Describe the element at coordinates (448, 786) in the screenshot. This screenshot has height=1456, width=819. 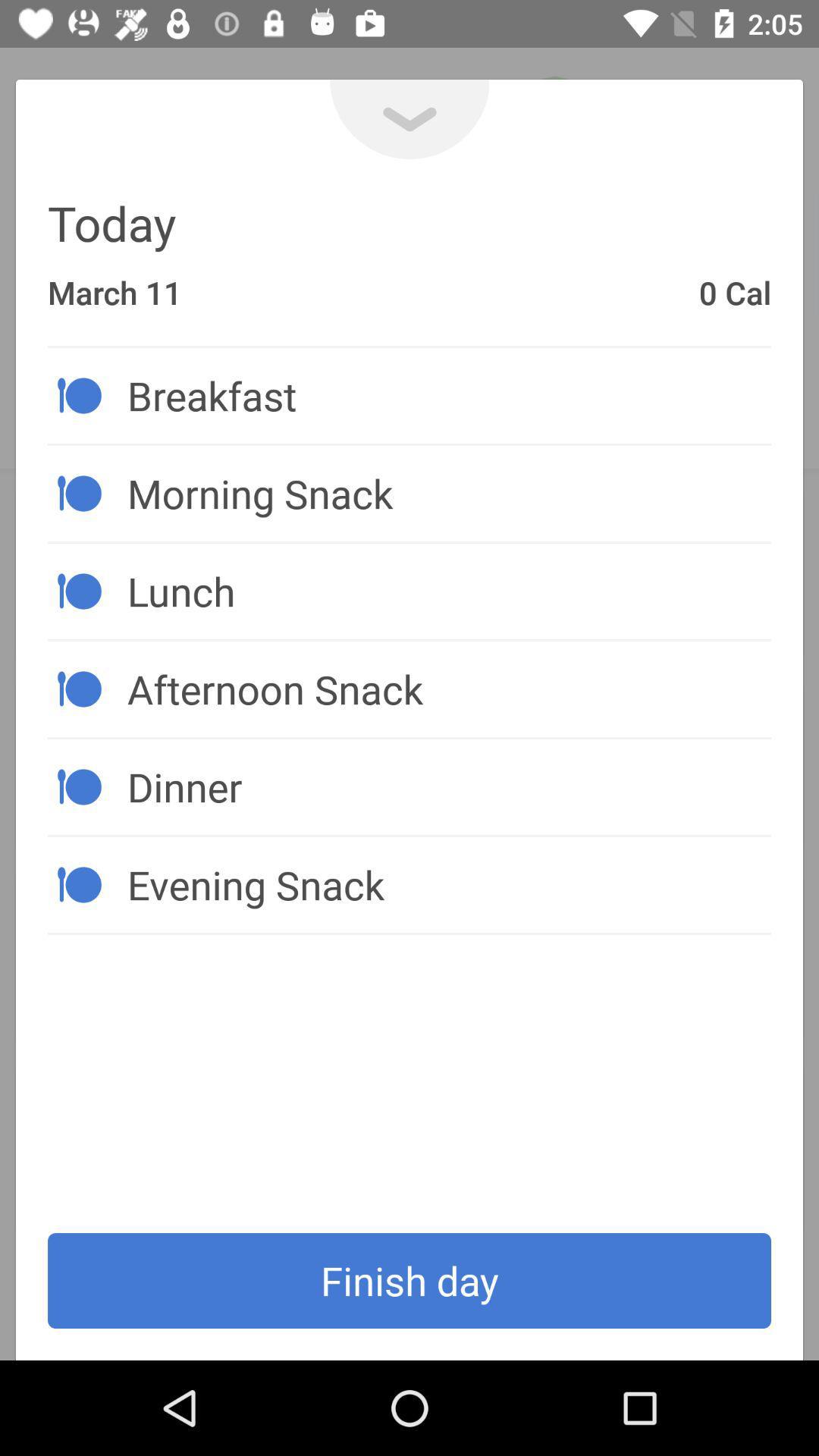
I see `dinner item` at that location.